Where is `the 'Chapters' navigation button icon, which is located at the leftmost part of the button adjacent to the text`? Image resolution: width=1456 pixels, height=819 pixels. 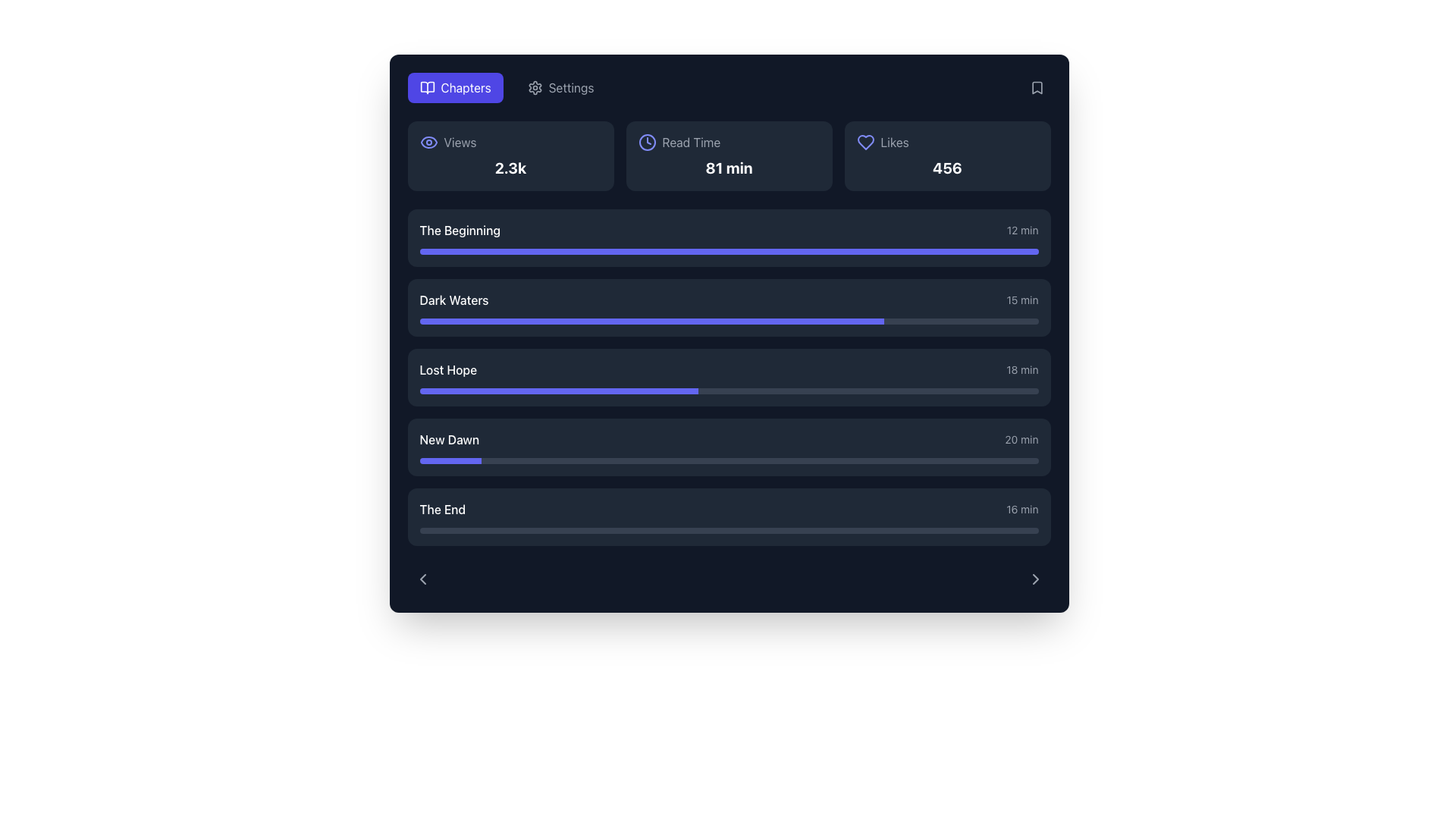 the 'Chapters' navigation button icon, which is located at the leftmost part of the button adjacent to the text is located at coordinates (426, 87).